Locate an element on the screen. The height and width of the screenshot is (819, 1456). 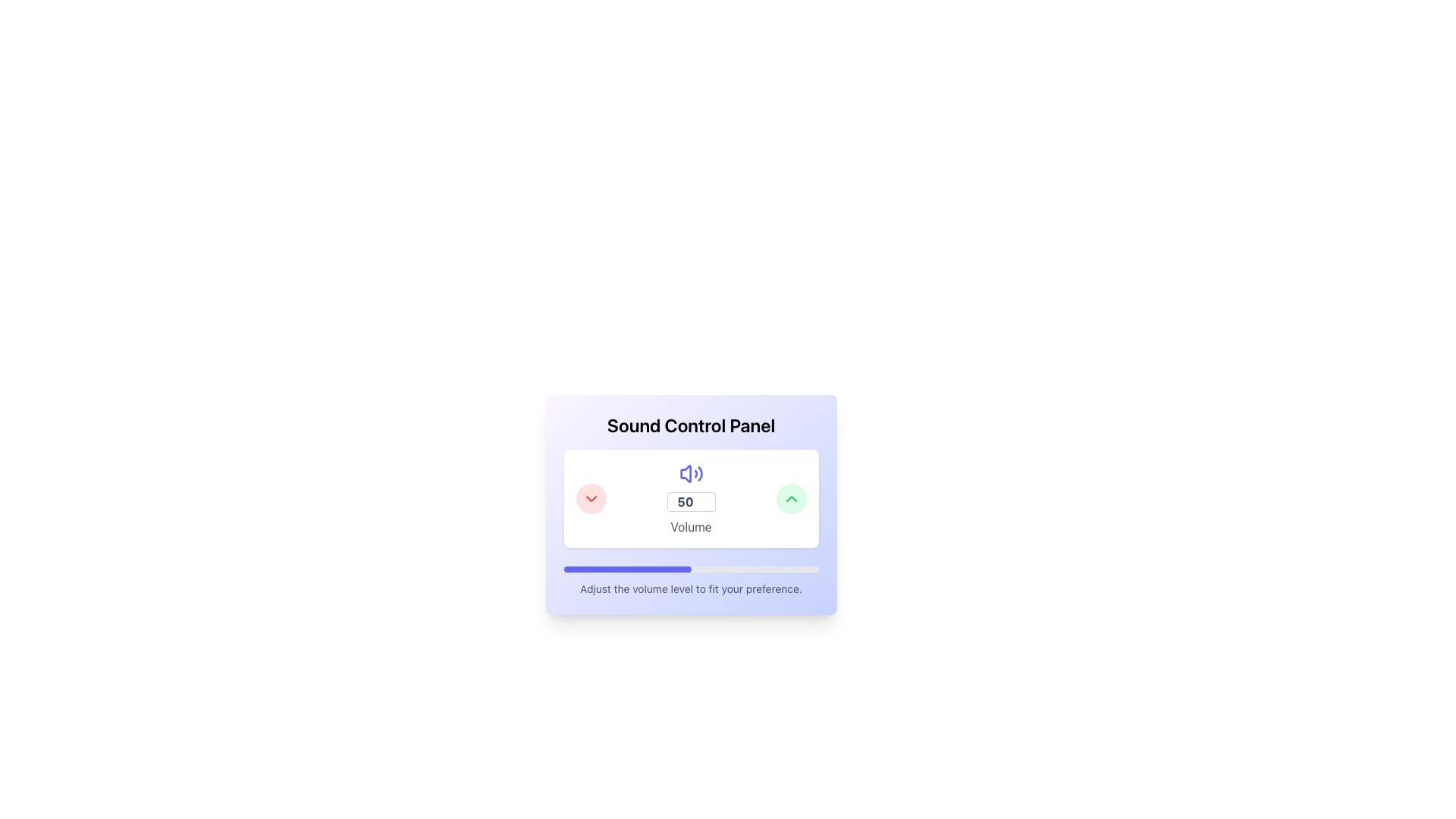
the volume is located at coordinates (582, 570).